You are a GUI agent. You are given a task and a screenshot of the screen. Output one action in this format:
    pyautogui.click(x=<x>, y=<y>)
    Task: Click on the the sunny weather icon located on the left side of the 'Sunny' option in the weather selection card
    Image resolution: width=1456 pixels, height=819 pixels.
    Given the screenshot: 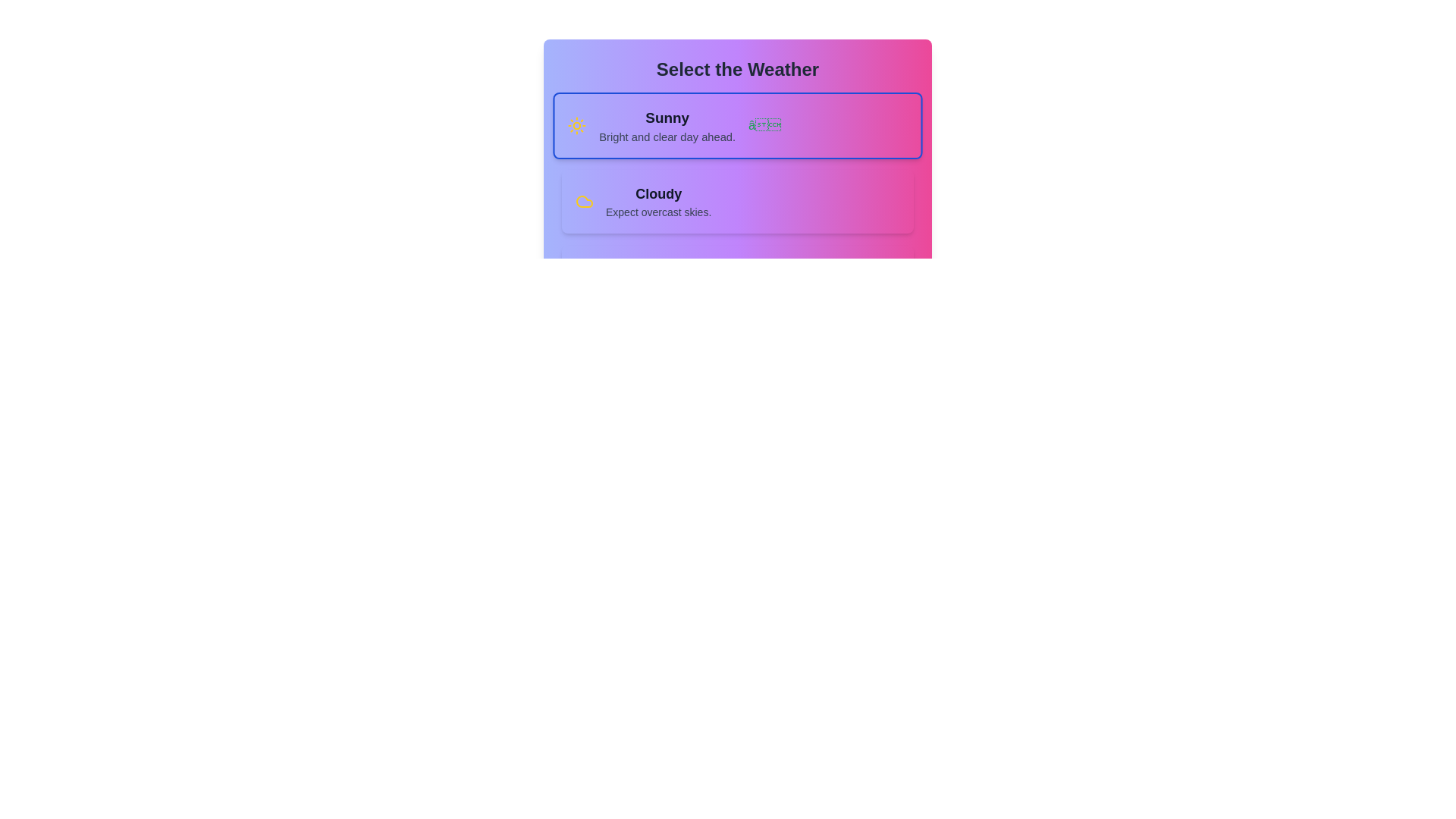 What is the action you would take?
    pyautogui.click(x=576, y=124)
    